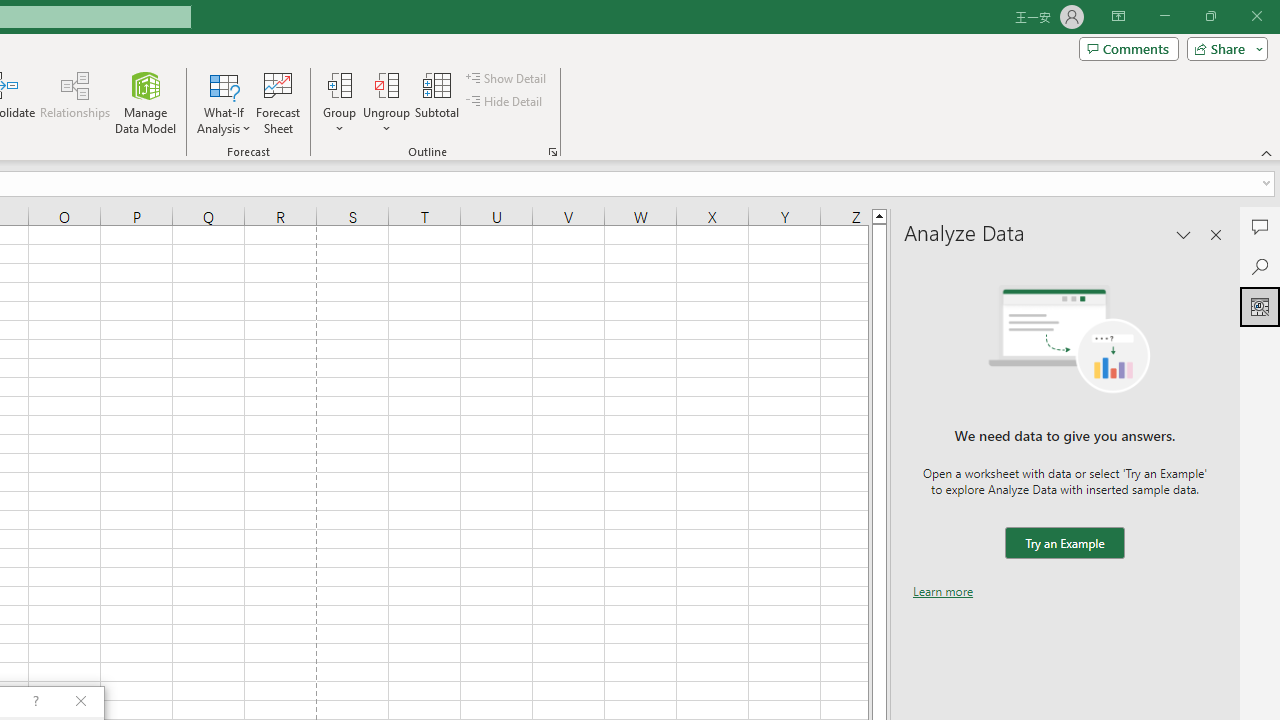 The height and width of the screenshot is (720, 1280). Describe the element at coordinates (339, 84) in the screenshot. I see `'Group...'` at that location.